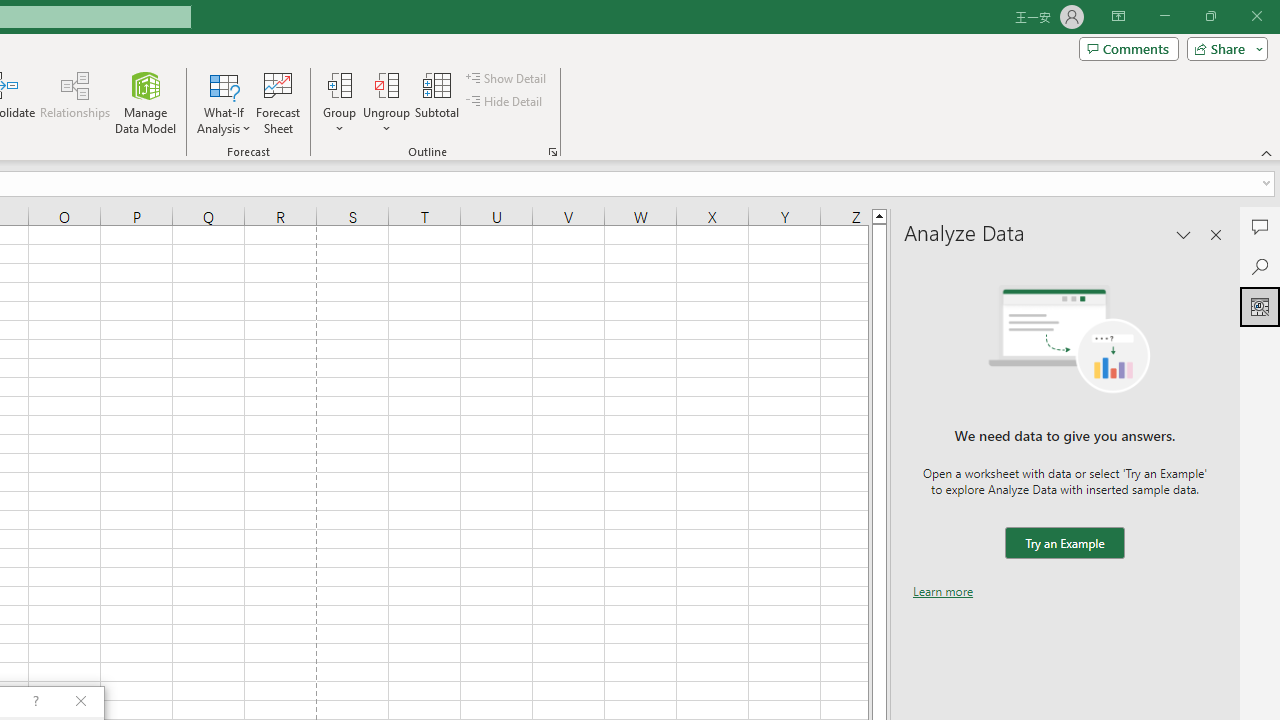 The height and width of the screenshot is (720, 1280). Describe the element at coordinates (339, 84) in the screenshot. I see `'Group...'` at that location.